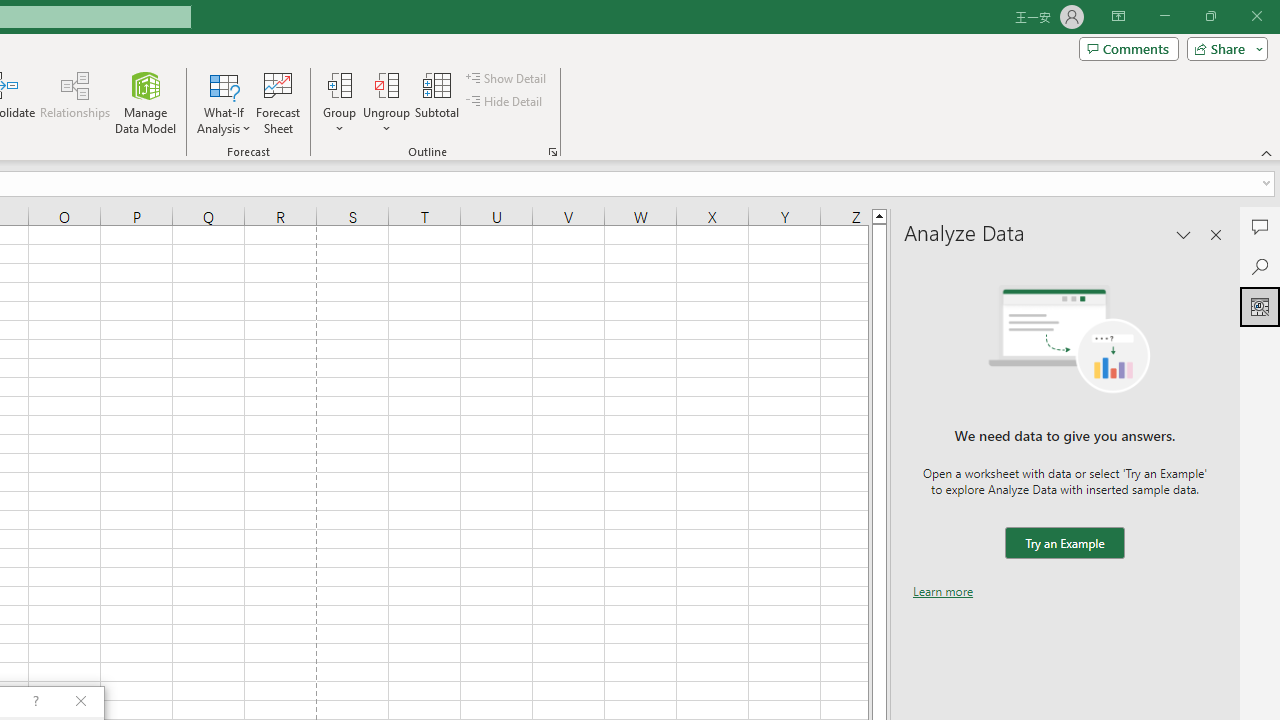 The height and width of the screenshot is (720, 1280). Describe the element at coordinates (339, 84) in the screenshot. I see `'Group...'` at that location.